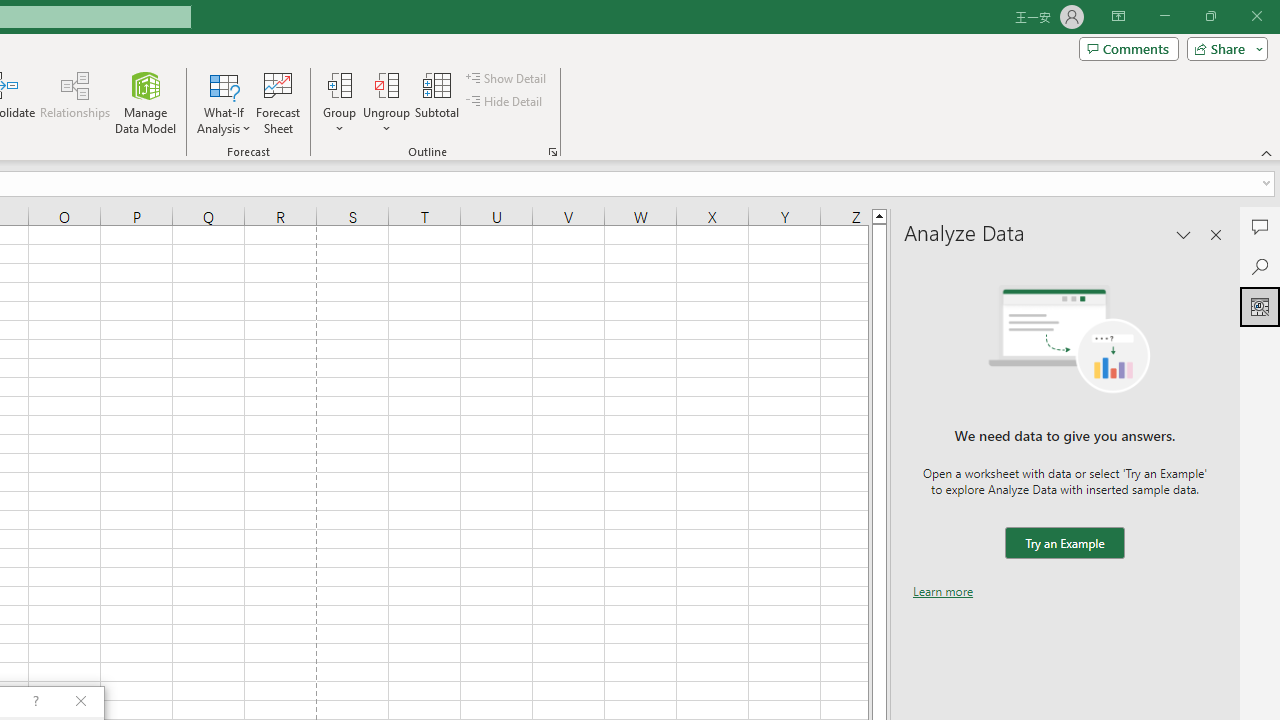 The height and width of the screenshot is (720, 1280). Describe the element at coordinates (339, 84) in the screenshot. I see `'Group...'` at that location.